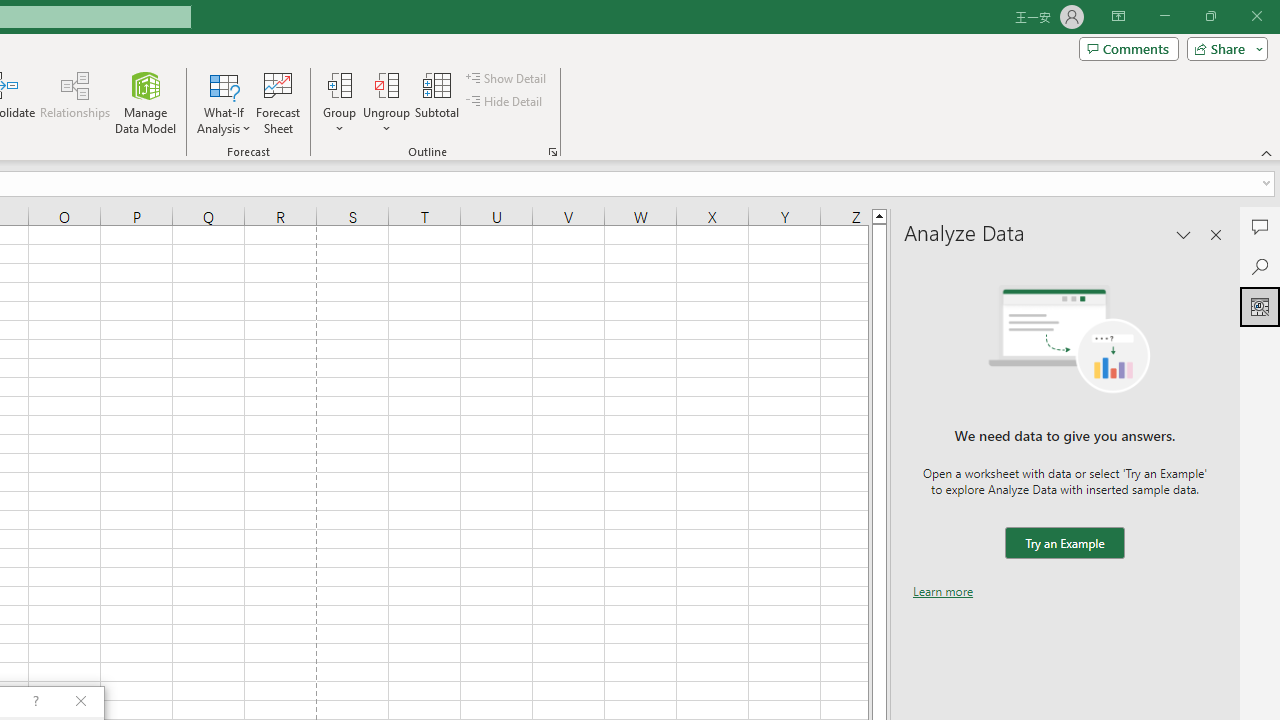 The height and width of the screenshot is (720, 1280). Describe the element at coordinates (339, 84) in the screenshot. I see `'Group...'` at that location.